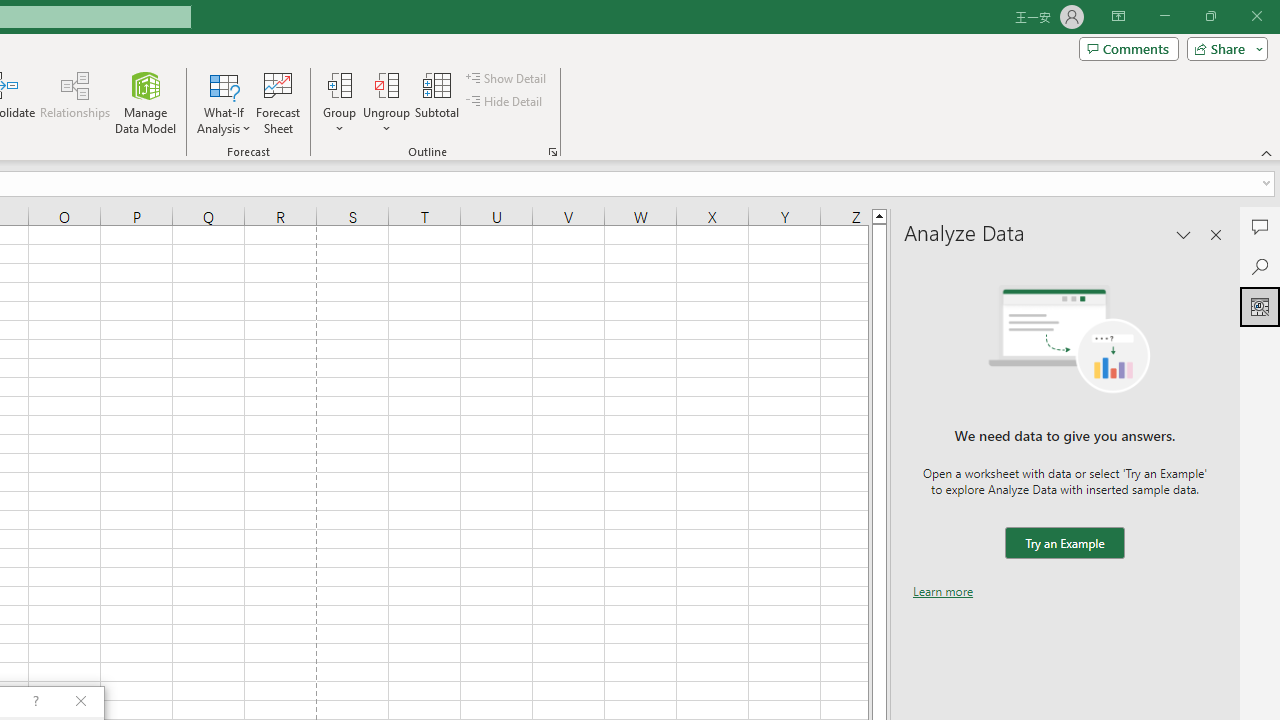 The height and width of the screenshot is (720, 1280). Describe the element at coordinates (339, 84) in the screenshot. I see `'Group...'` at that location.